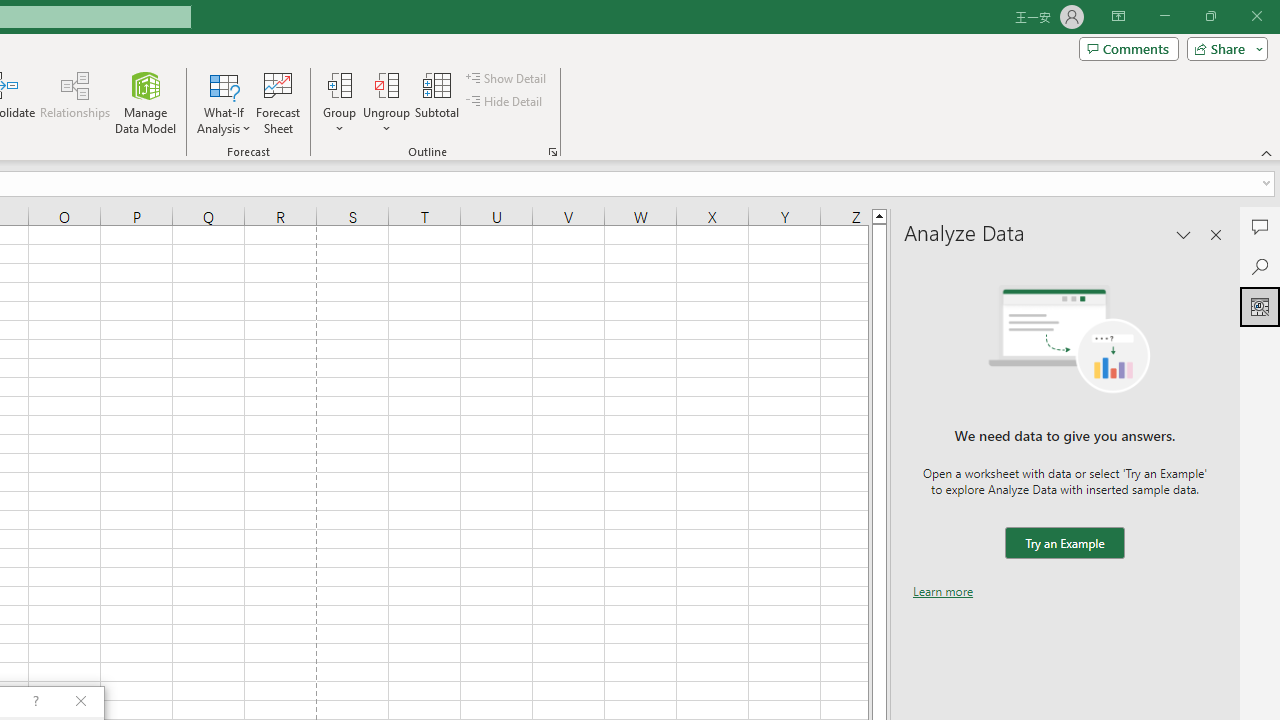 The height and width of the screenshot is (720, 1280). Describe the element at coordinates (339, 84) in the screenshot. I see `'Group...'` at that location.